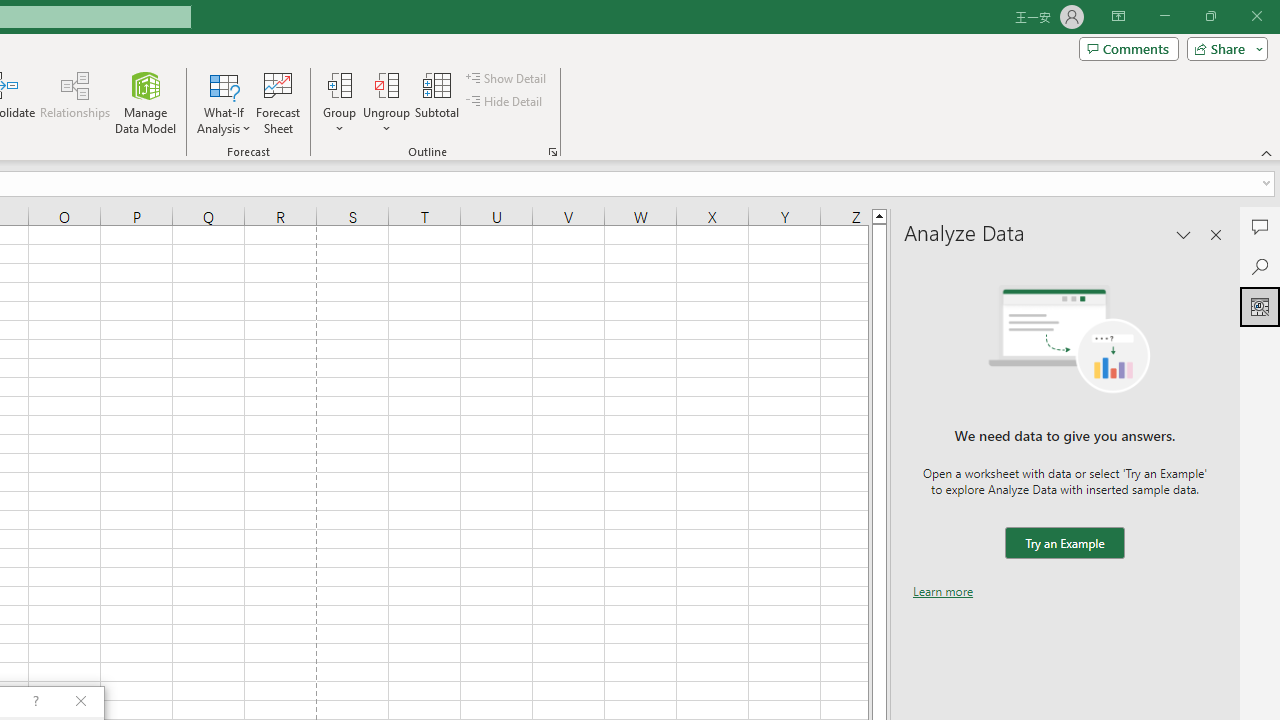 The height and width of the screenshot is (720, 1280). Describe the element at coordinates (339, 84) in the screenshot. I see `'Group...'` at that location.